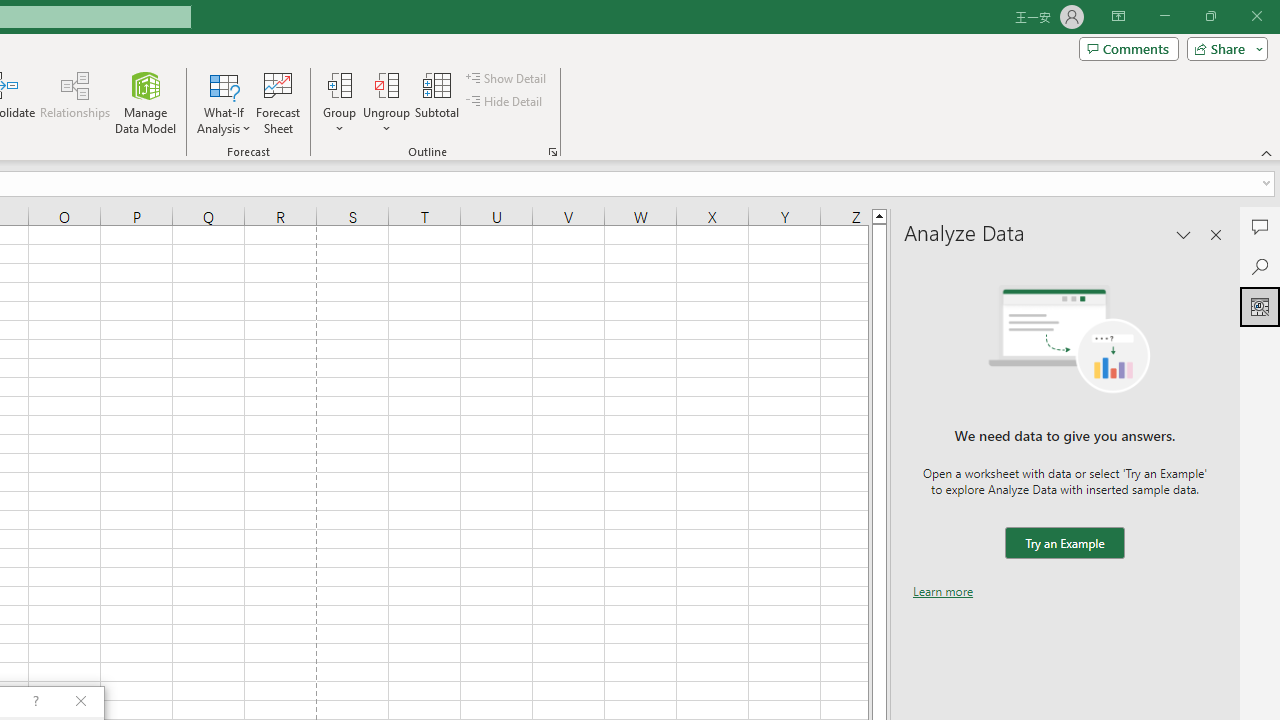 The height and width of the screenshot is (720, 1280). Describe the element at coordinates (339, 84) in the screenshot. I see `'Group...'` at that location.